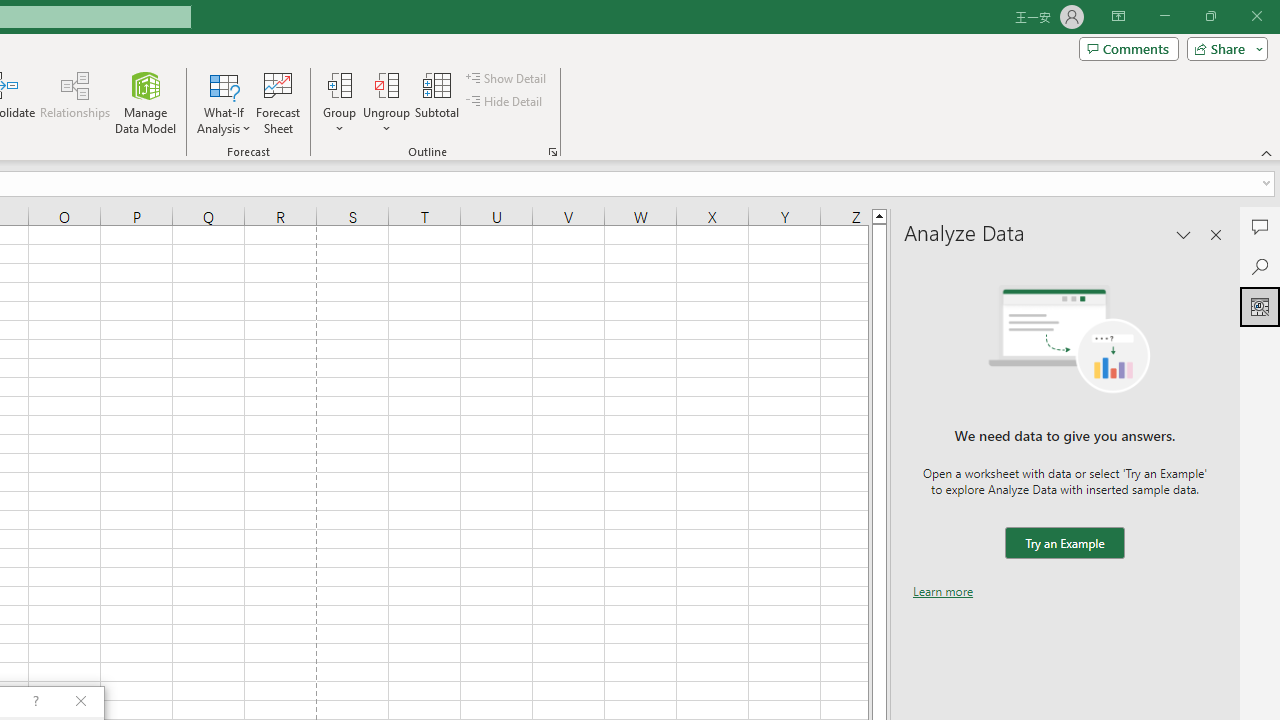 The height and width of the screenshot is (720, 1280). Describe the element at coordinates (339, 84) in the screenshot. I see `'Group...'` at that location.